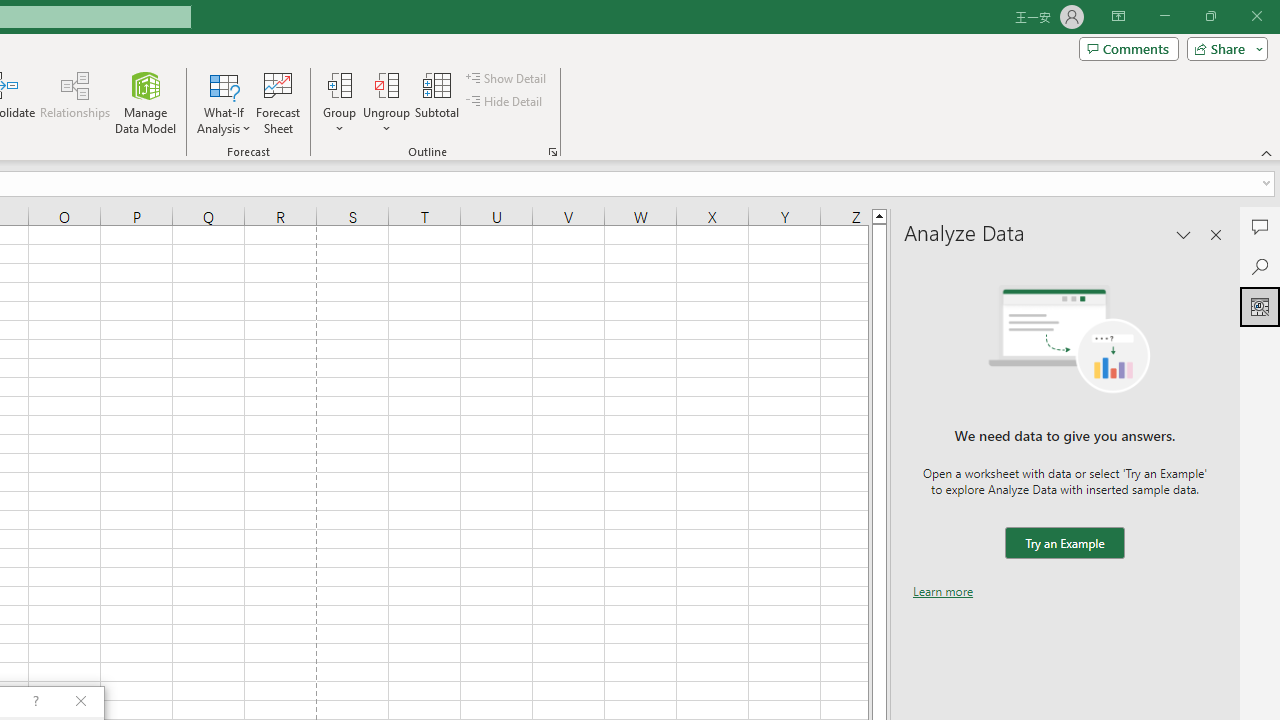 The height and width of the screenshot is (720, 1280). Describe the element at coordinates (339, 84) in the screenshot. I see `'Group...'` at that location.